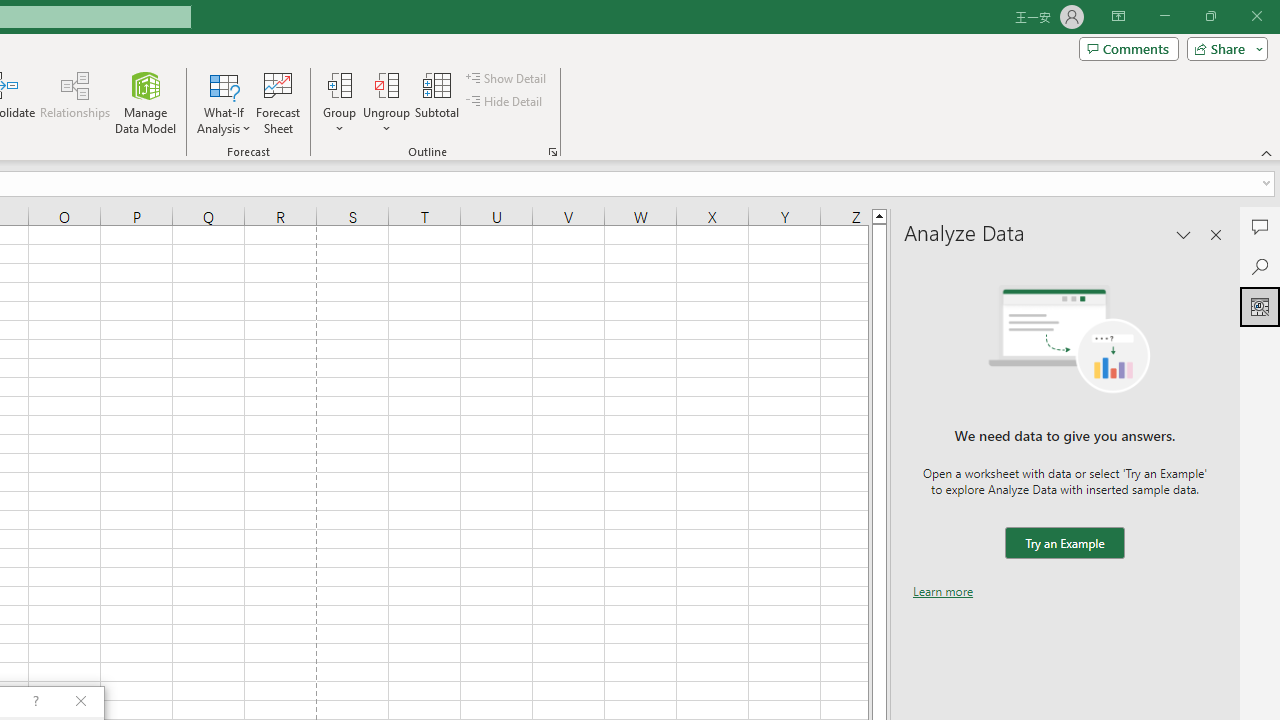 The height and width of the screenshot is (720, 1280). Describe the element at coordinates (339, 84) in the screenshot. I see `'Group...'` at that location.